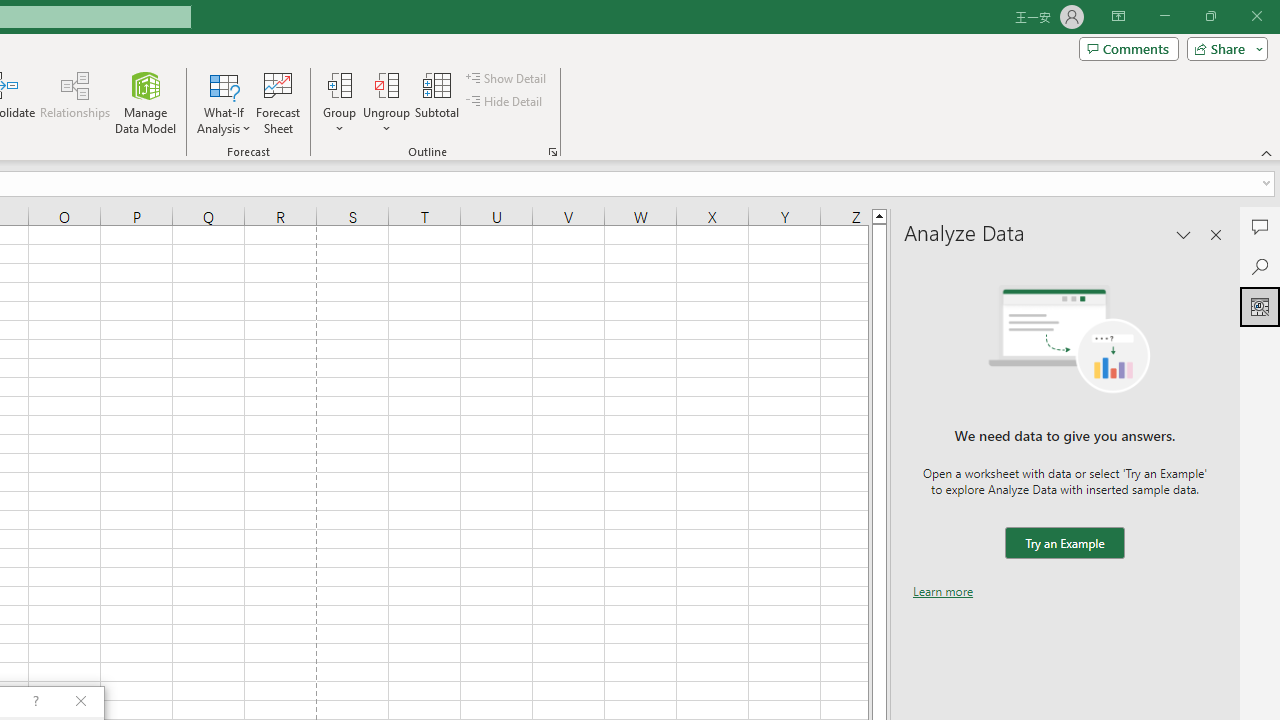 The height and width of the screenshot is (720, 1280). Describe the element at coordinates (339, 84) in the screenshot. I see `'Group...'` at that location.